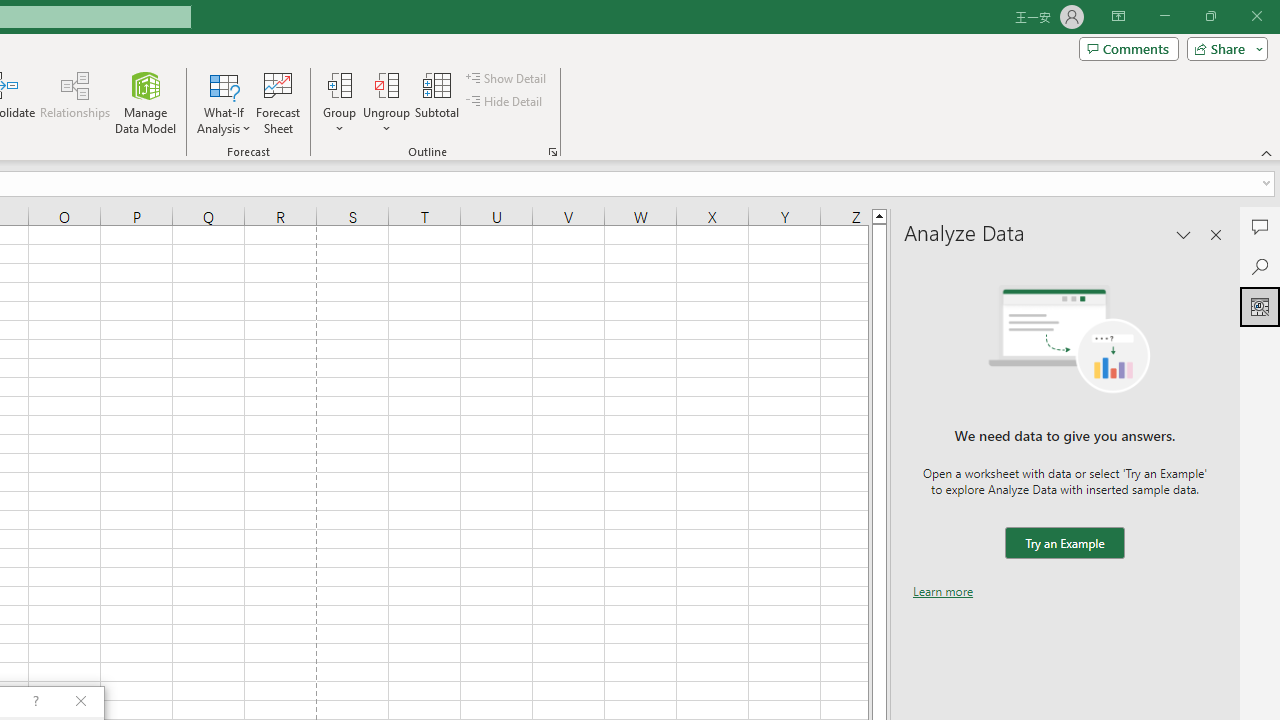 The height and width of the screenshot is (720, 1280). Describe the element at coordinates (339, 84) in the screenshot. I see `'Group...'` at that location.